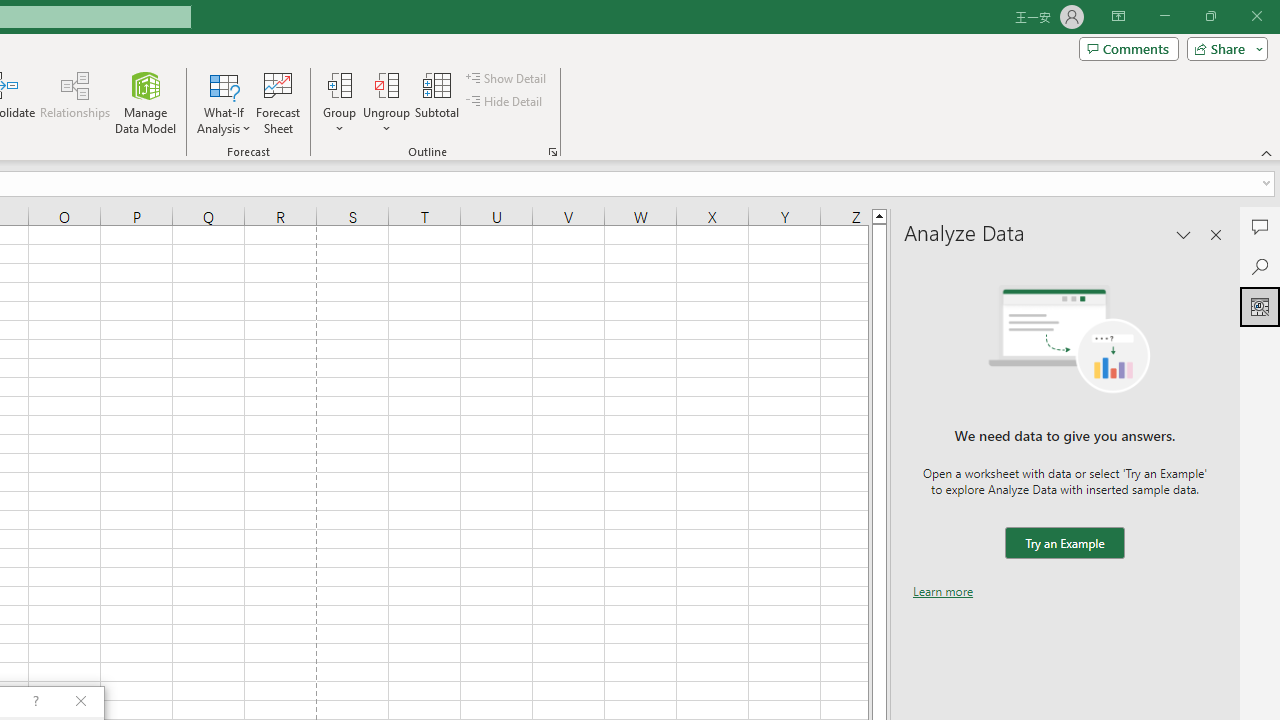 The height and width of the screenshot is (720, 1280). Describe the element at coordinates (339, 84) in the screenshot. I see `'Group...'` at that location.